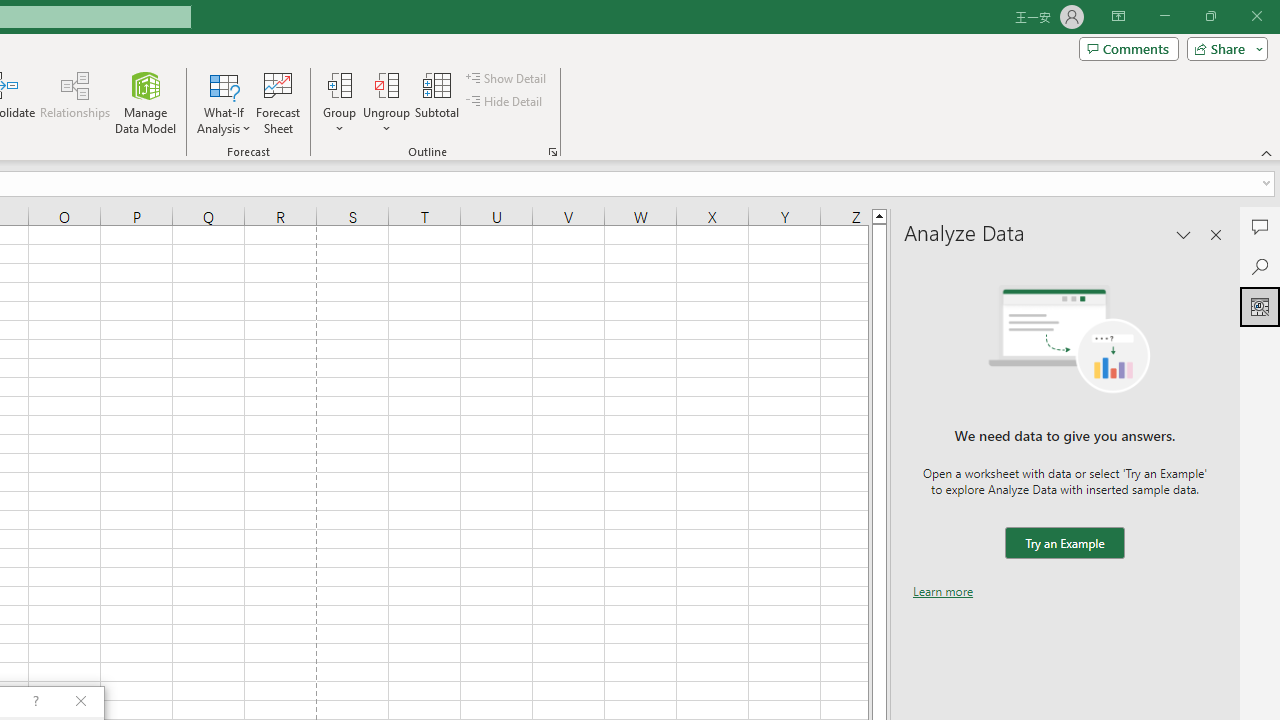 The height and width of the screenshot is (720, 1280). Describe the element at coordinates (339, 84) in the screenshot. I see `'Group...'` at that location.